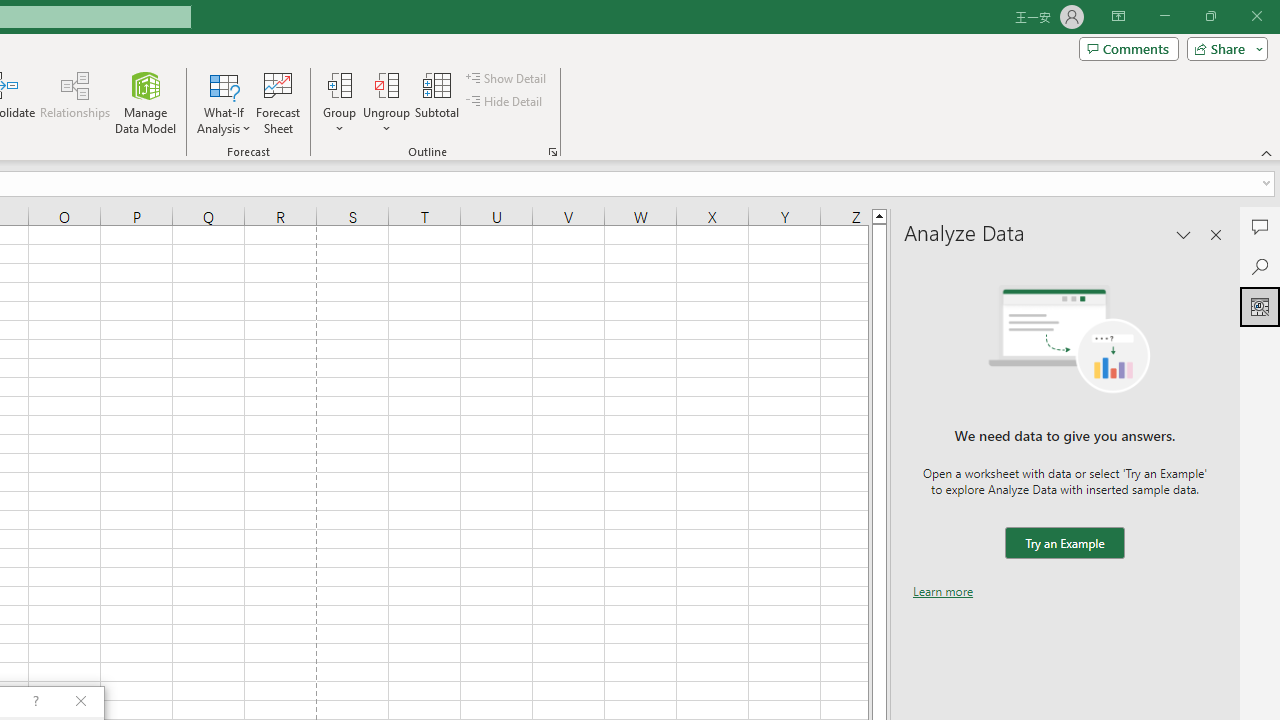 The height and width of the screenshot is (720, 1280). Describe the element at coordinates (339, 84) in the screenshot. I see `'Group...'` at that location.